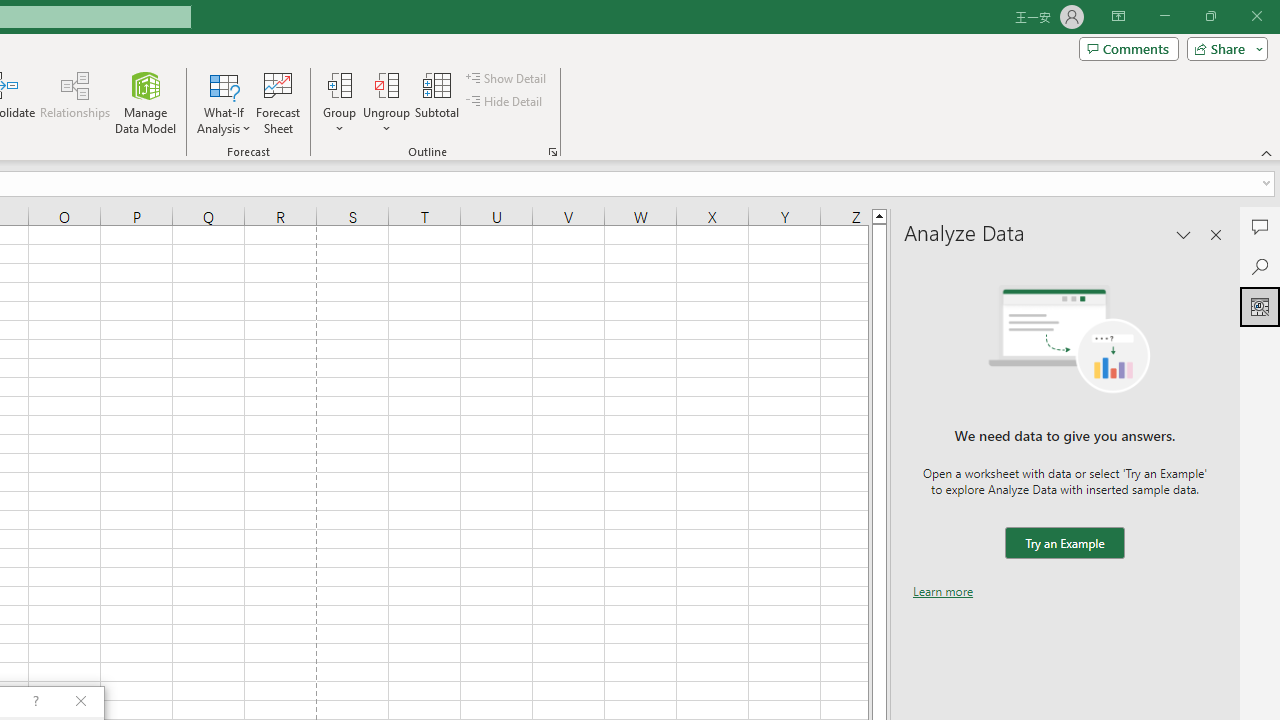 The height and width of the screenshot is (720, 1280). Describe the element at coordinates (339, 84) in the screenshot. I see `'Group...'` at that location.